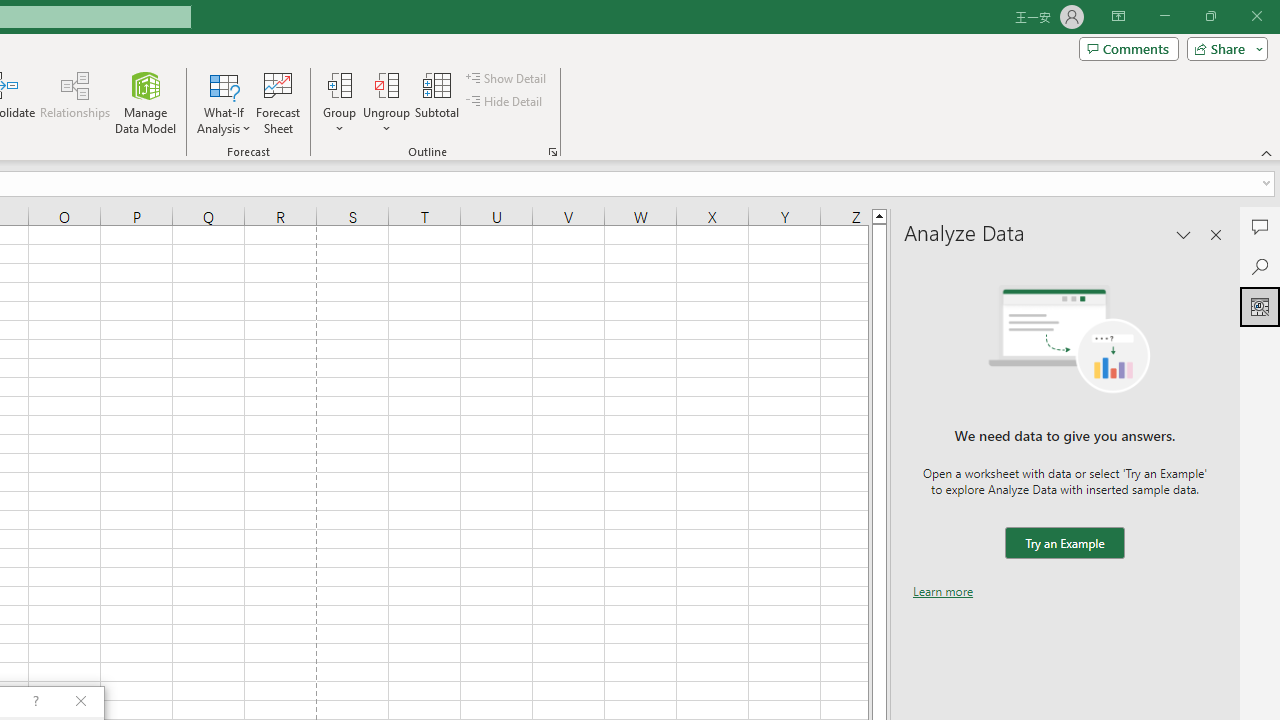 The height and width of the screenshot is (720, 1280). Describe the element at coordinates (339, 84) in the screenshot. I see `'Group...'` at that location.